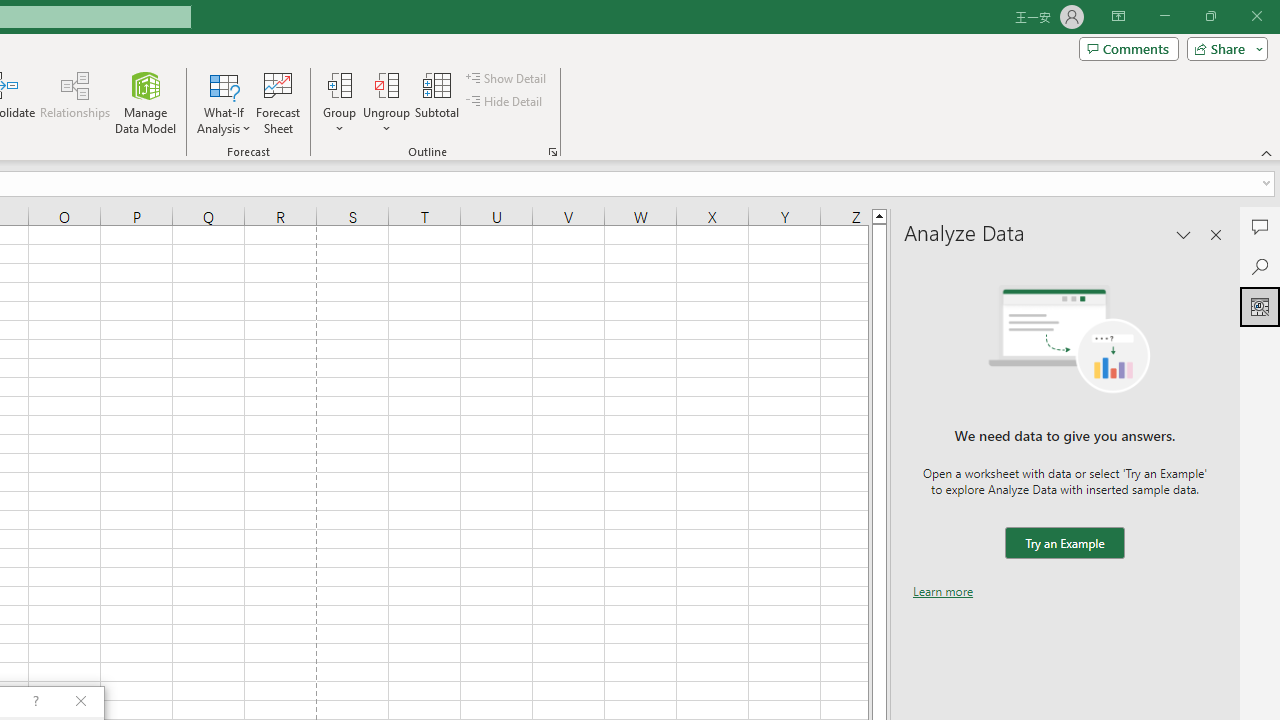 The height and width of the screenshot is (720, 1280). Describe the element at coordinates (339, 84) in the screenshot. I see `'Group...'` at that location.